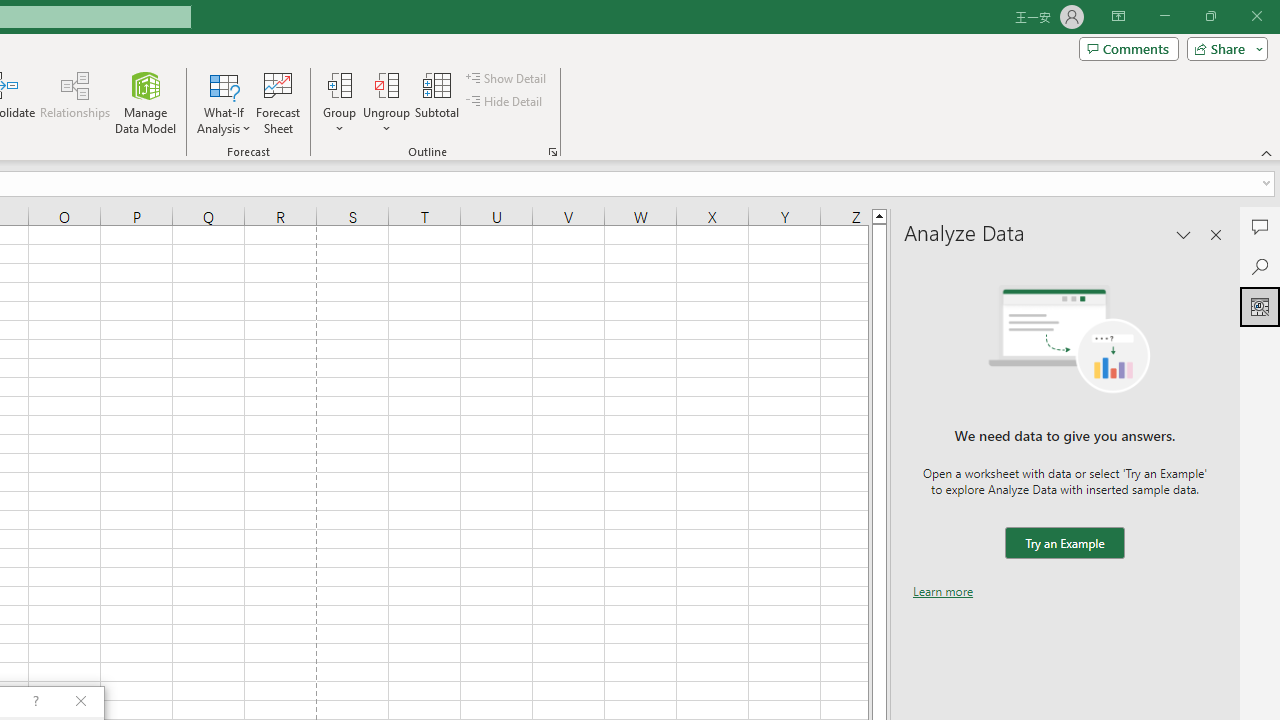 The height and width of the screenshot is (720, 1280). Describe the element at coordinates (339, 84) in the screenshot. I see `'Group...'` at that location.